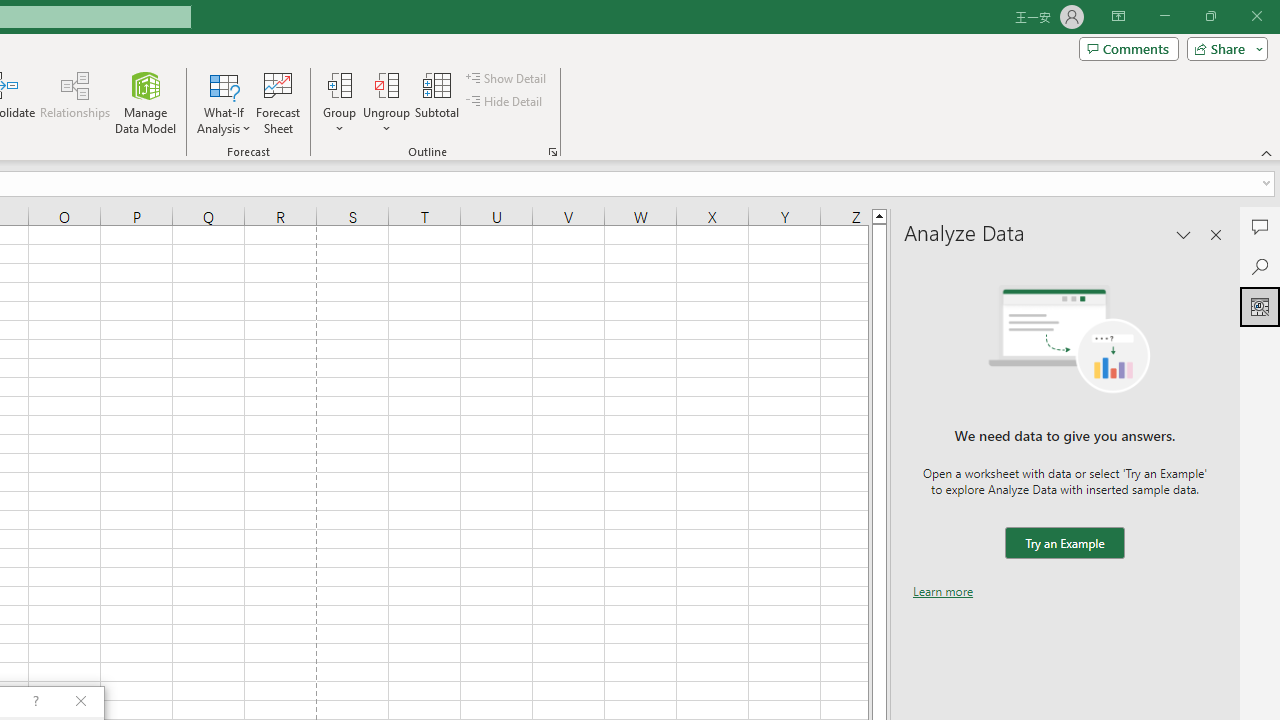 The height and width of the screenshot is (720, 1280). Describe the element at coordinates (339, 84) in the screenshot. I see `'Group...'` at that location.